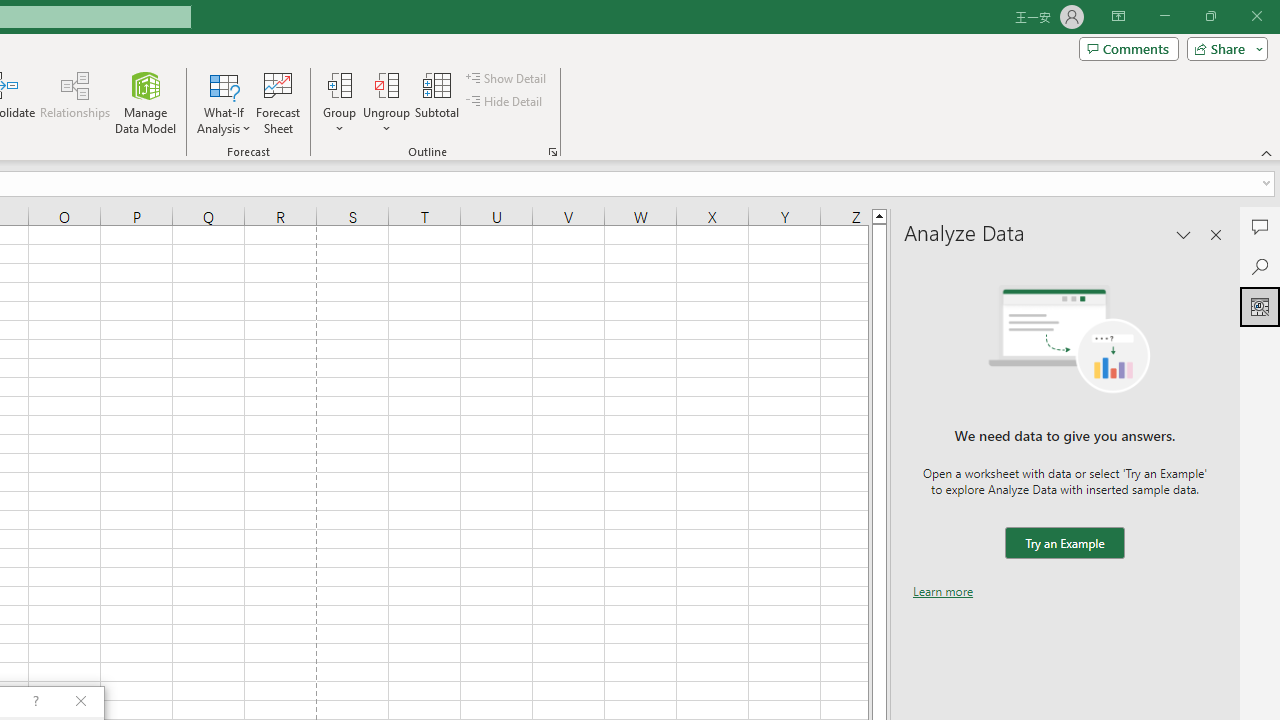 The height and width of the screenshot is (720, 1280). Describe the element at coordinates (339, 84) in the screenshot. I see `'Group...'` at that location.